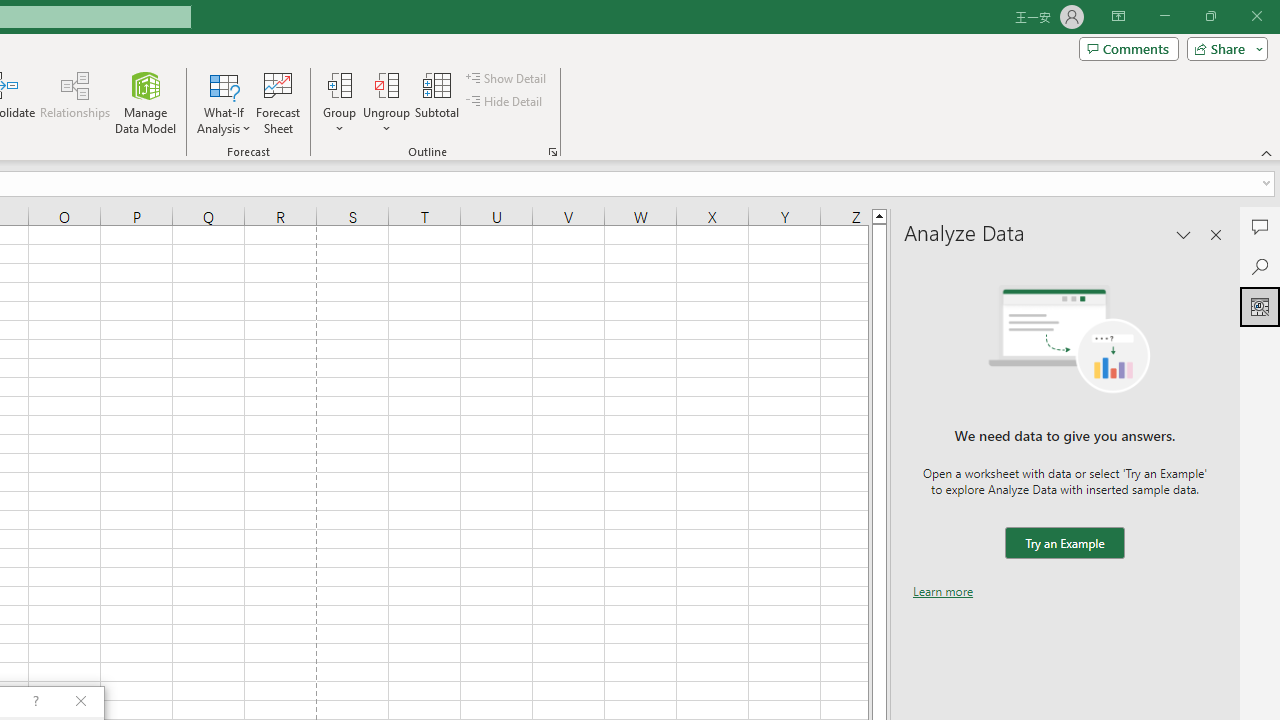 The height and width of the screenshot is (720, 1280). Describe the element at coordinates (339, 84) in the screenshot. I see `'Group...'` at that location.